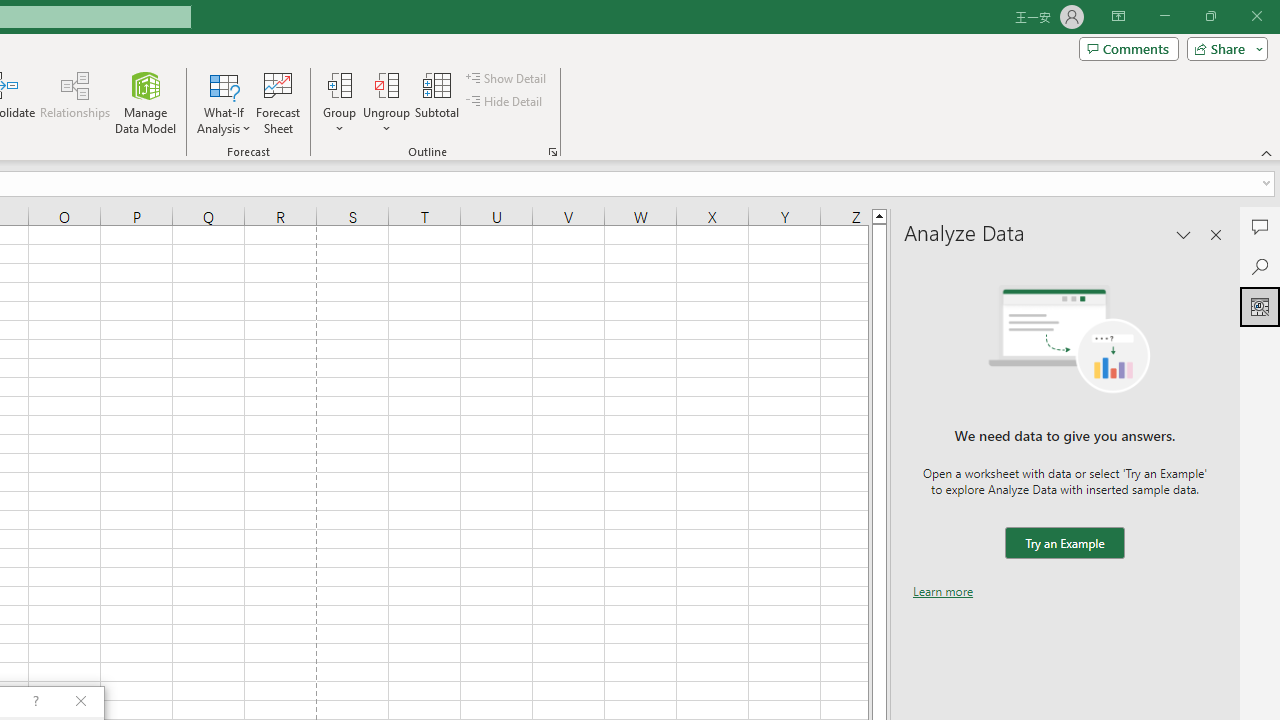 The height and width of the screenshot is (720, 1280). Describe the element at coordinates (339, 84) in the screenshot. I see `'Group...'` at that location.